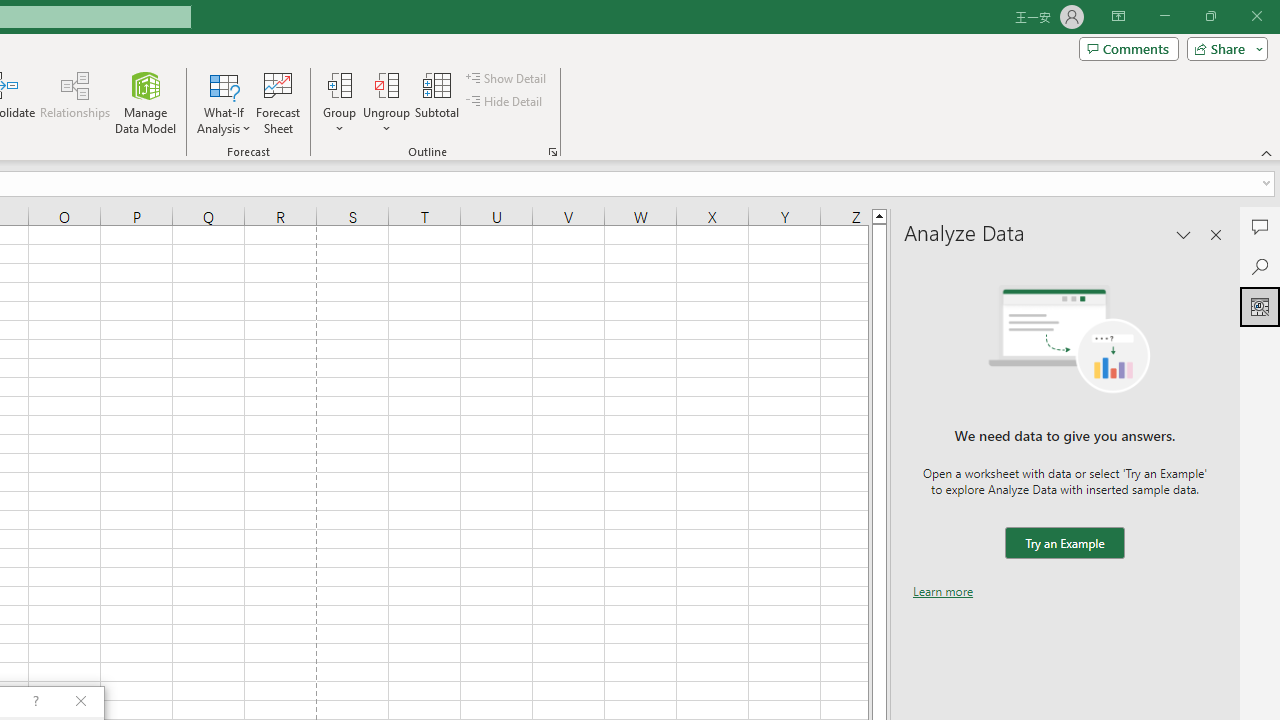 The height and width of the screenshot is (720, 1280). Describe the element at coordinates (339, 84) in the screenshot. I see `'Group...'` at that location.